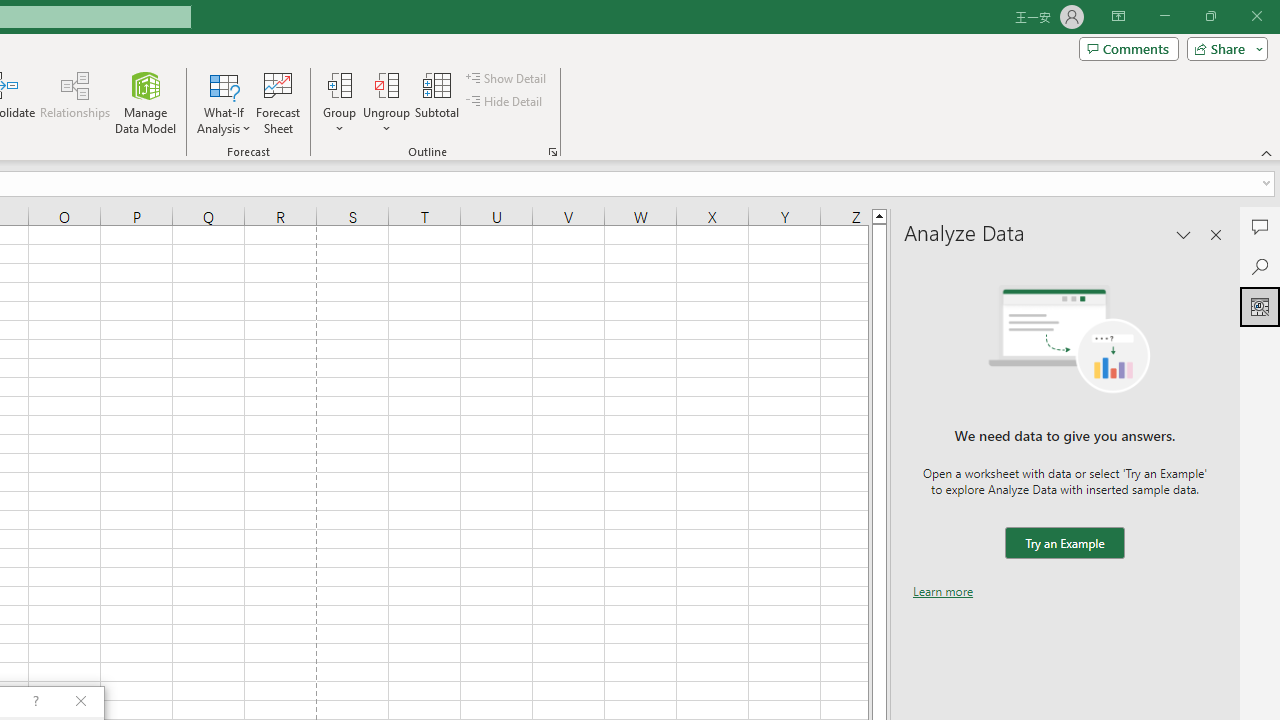 The height and width of the screenshot is (720, 1280). Describe the element at coordinates (339, 84) in the screenshot. I see `'Group...'` at that location.